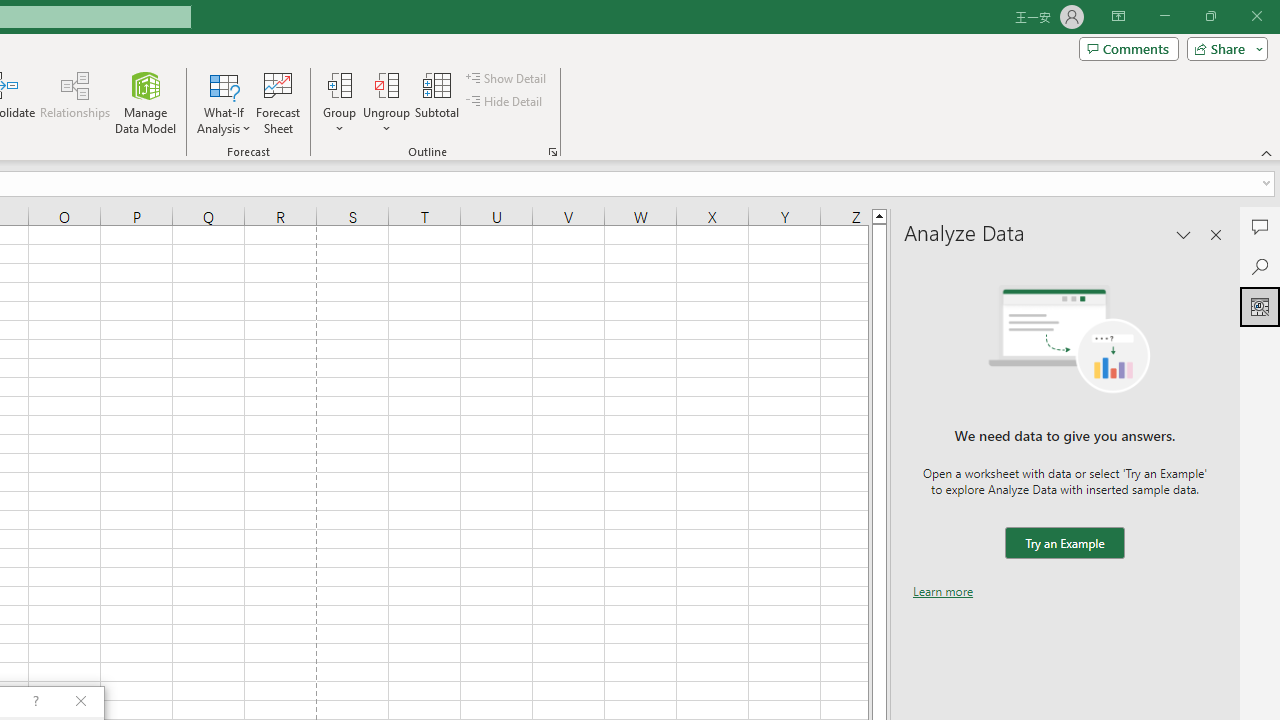 The height and width of the screenshot is (720, 1280). Describe the element at coordinates (339, 84) in the screenshot. I see `'Group...'` at that location.